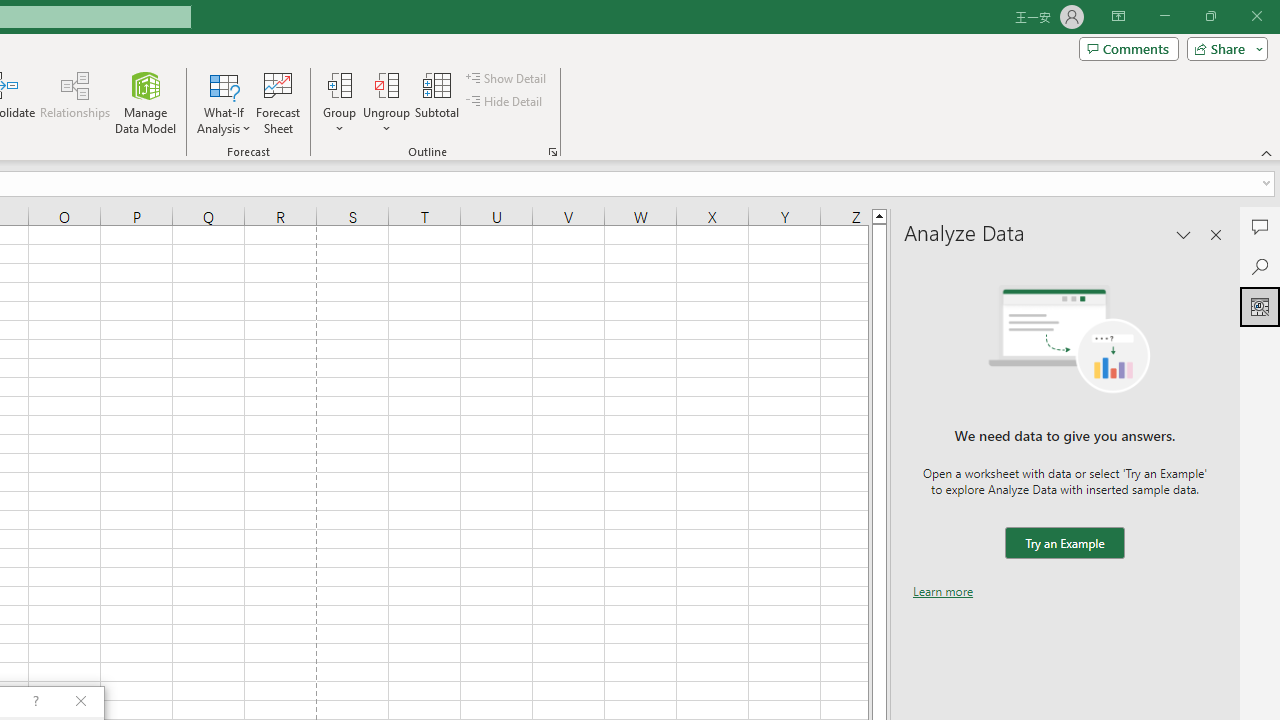 The height and width of the screenshot is (720, 1280). Describe the element at coordinates (339, 84) in the screenshot. I see `'Group...'` at that location.